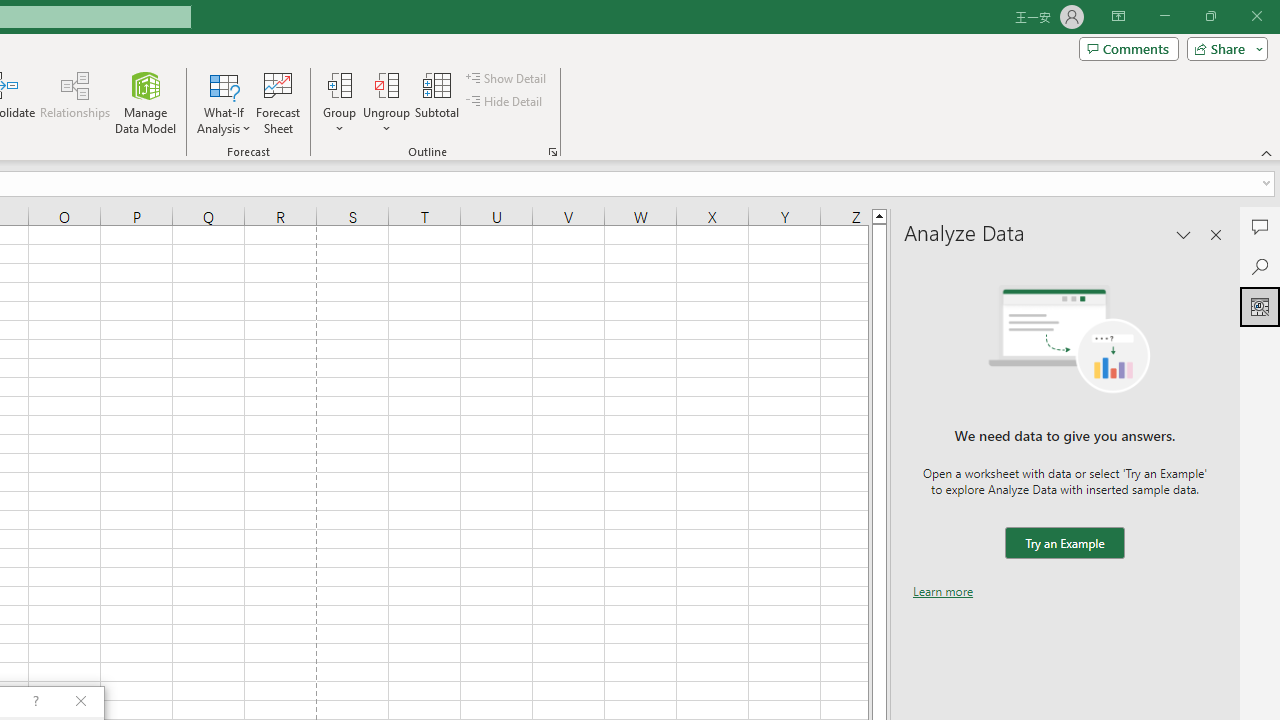 The height and width of the screenshot is (720, 1280). Describe the element at coordinates (339, 84) in the screenshot. I see `'Group...'` at that location.